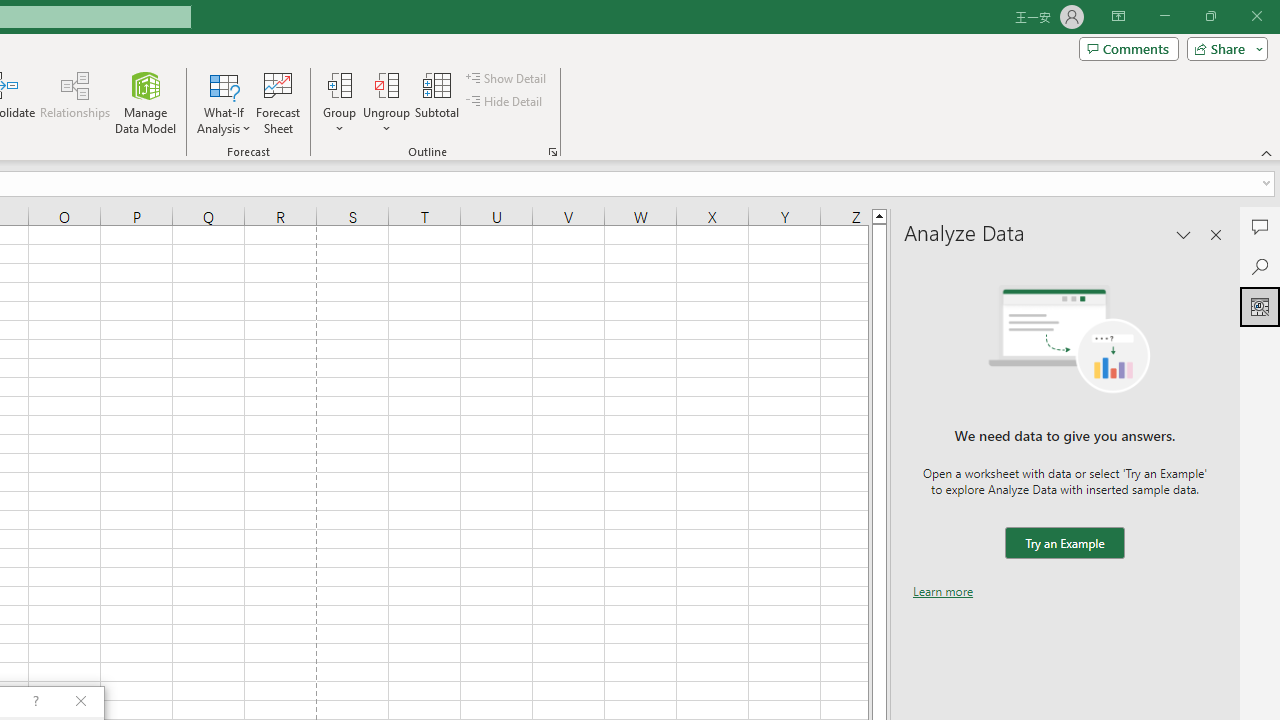 The height and width of the screenshot is (720, 1280). Describe the element at coordinates (339, 84) in the screenshot. I see `'Group...'` at that location.